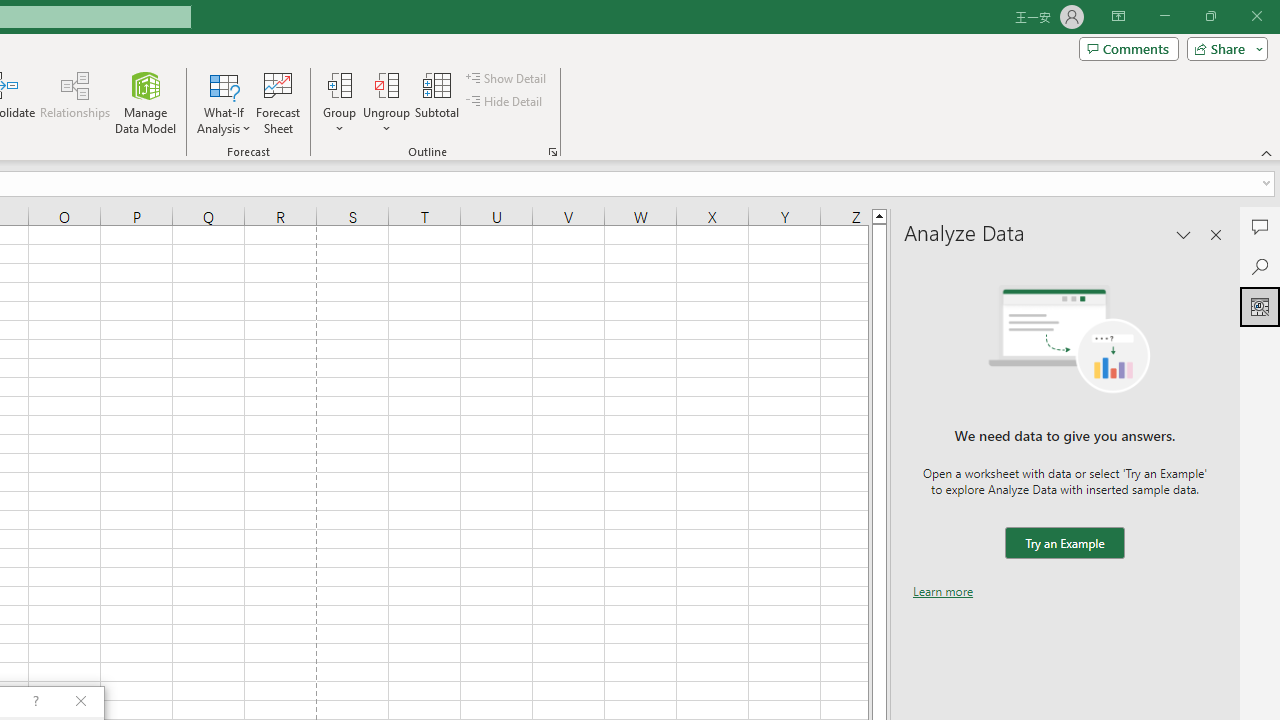 The height and width of the screenshot is (720, 1280). Describe the element at coordinates (339, 84) in the screenshot. I see `'Group...'` at that location.